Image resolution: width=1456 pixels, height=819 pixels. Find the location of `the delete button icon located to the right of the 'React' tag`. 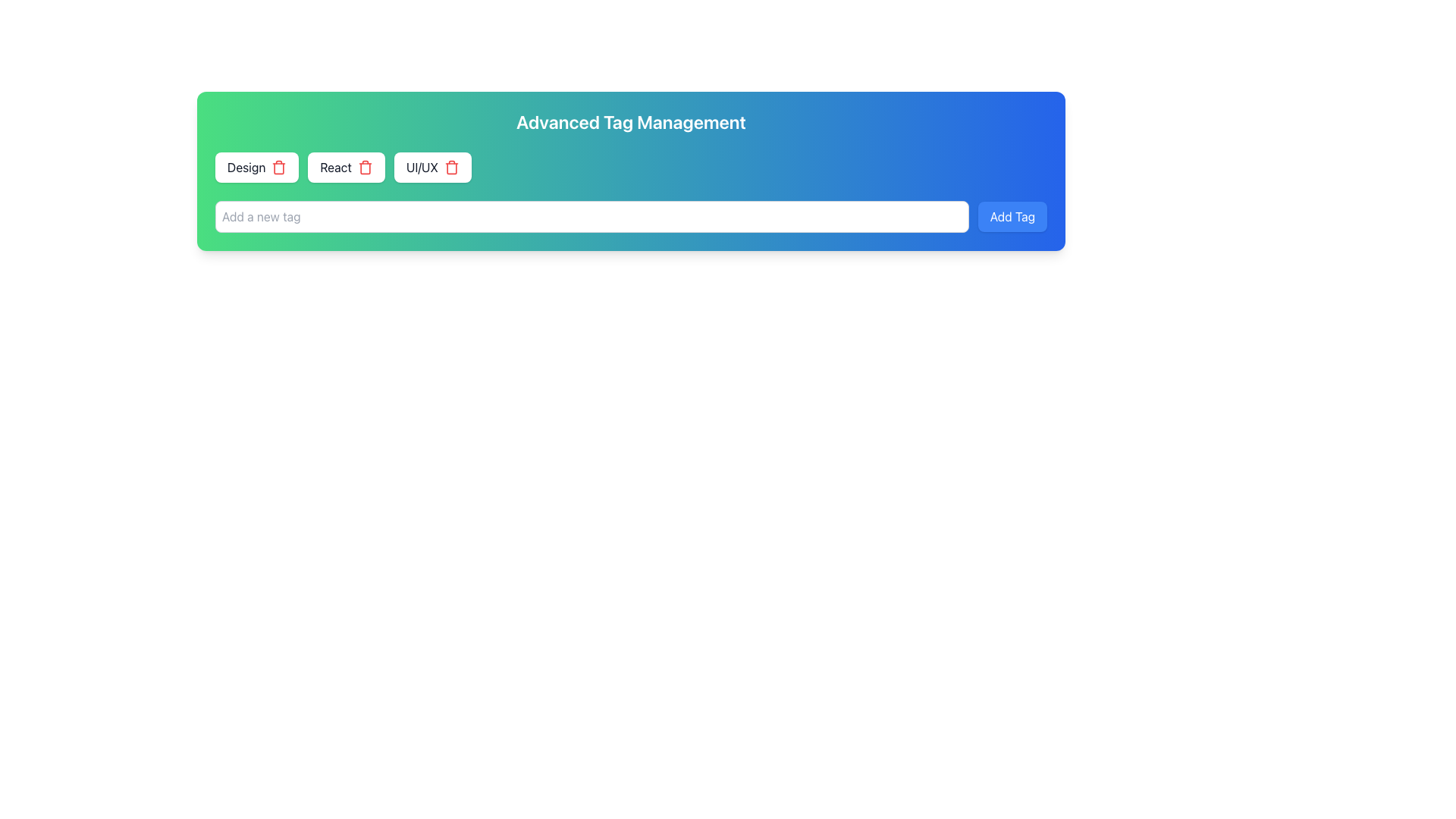

the delete button icon located to the right of the 'React' tag is located at coordinates (365, 167).